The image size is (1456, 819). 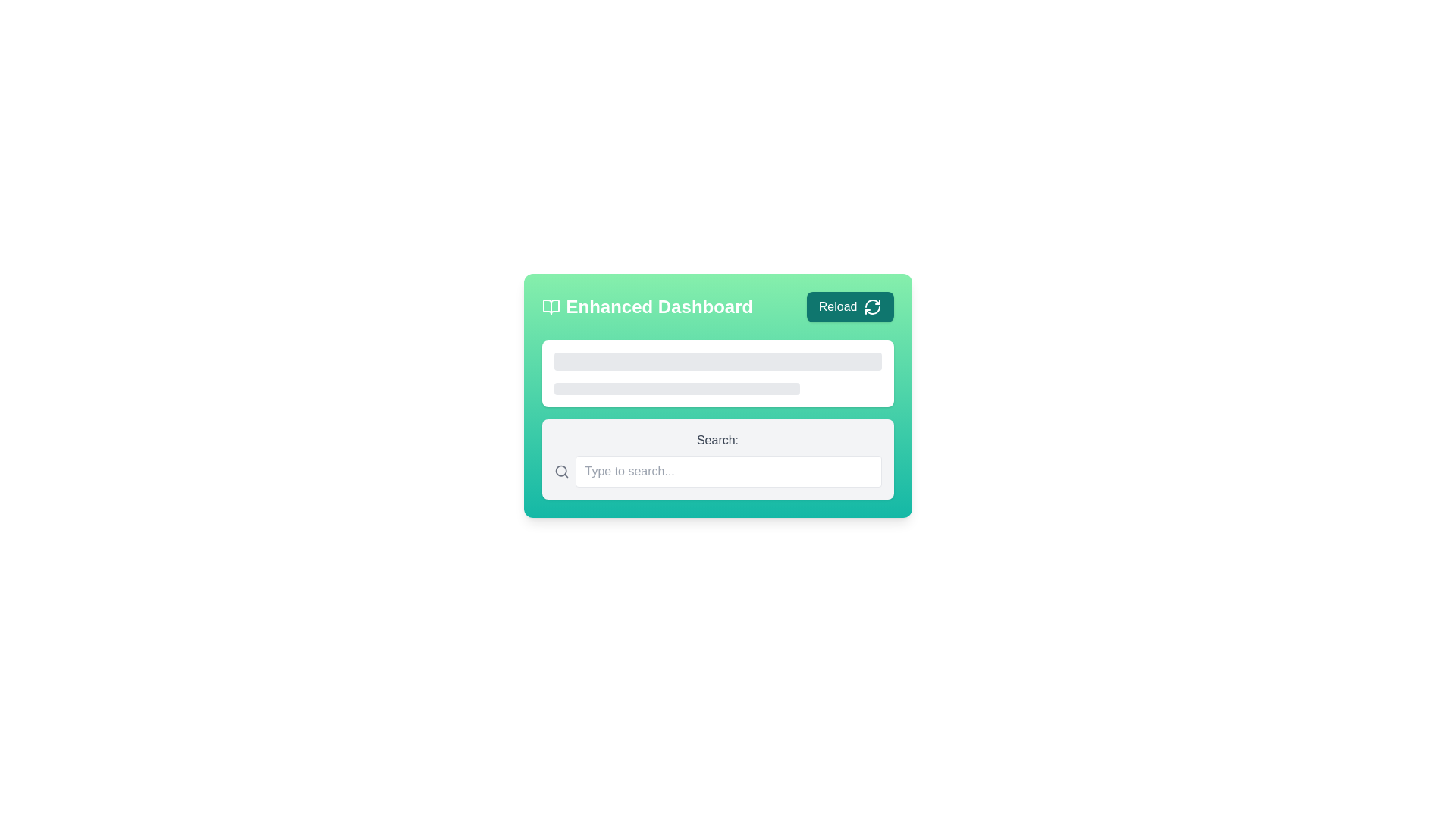 What do you see at coordinates (717, 458) in the screenshot?
I see `the input field of the composite search bar labeled 'Search:' to focus and type` at bounding box center [717, 458].